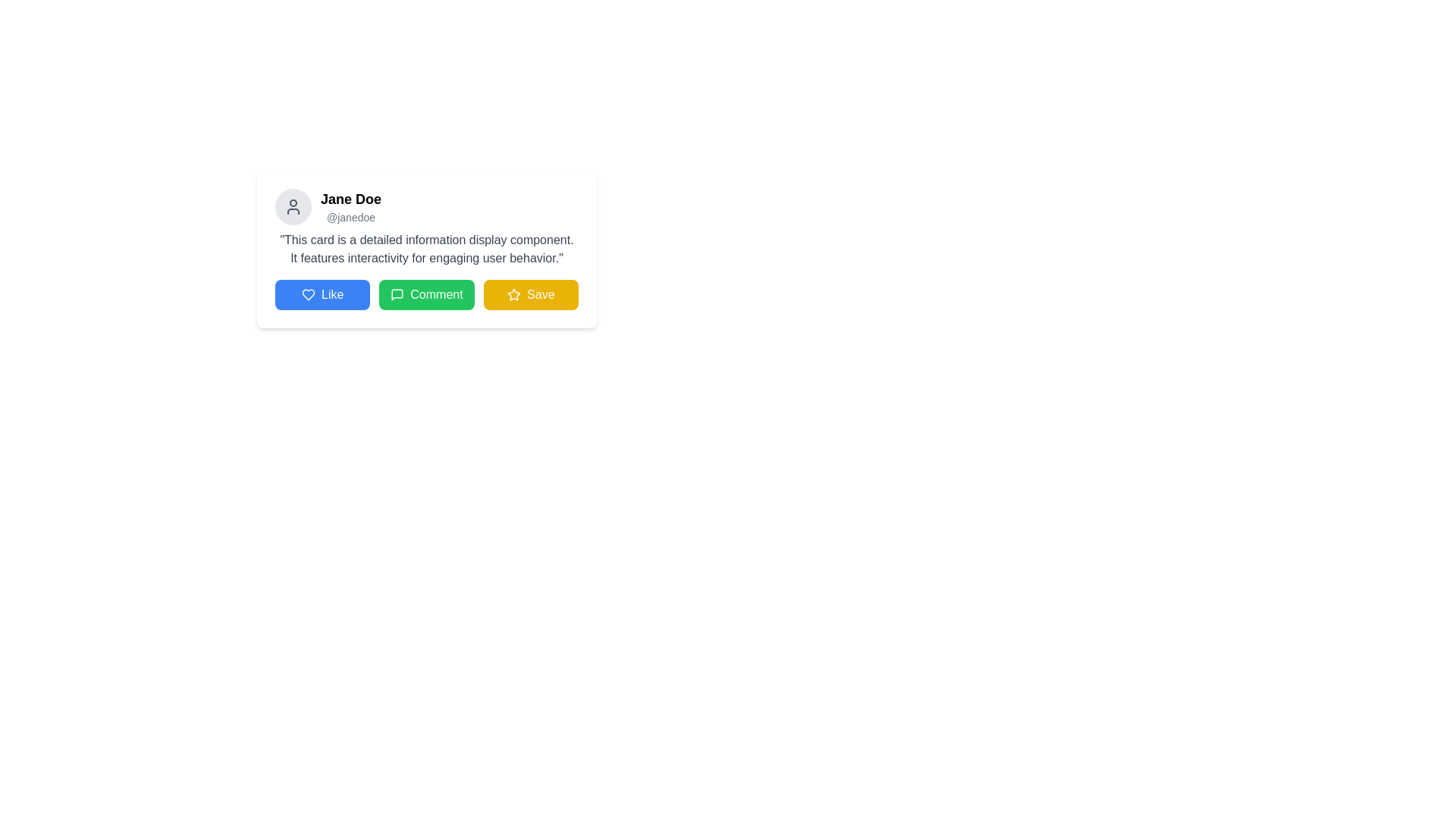 Image resolution: width=1456 pixels, height=819 pixels. I want to click on the star-shaped icon with a yellow fill and dark stroke, located to the left of the 'Save' text in the yellow button, so click(514, 295).